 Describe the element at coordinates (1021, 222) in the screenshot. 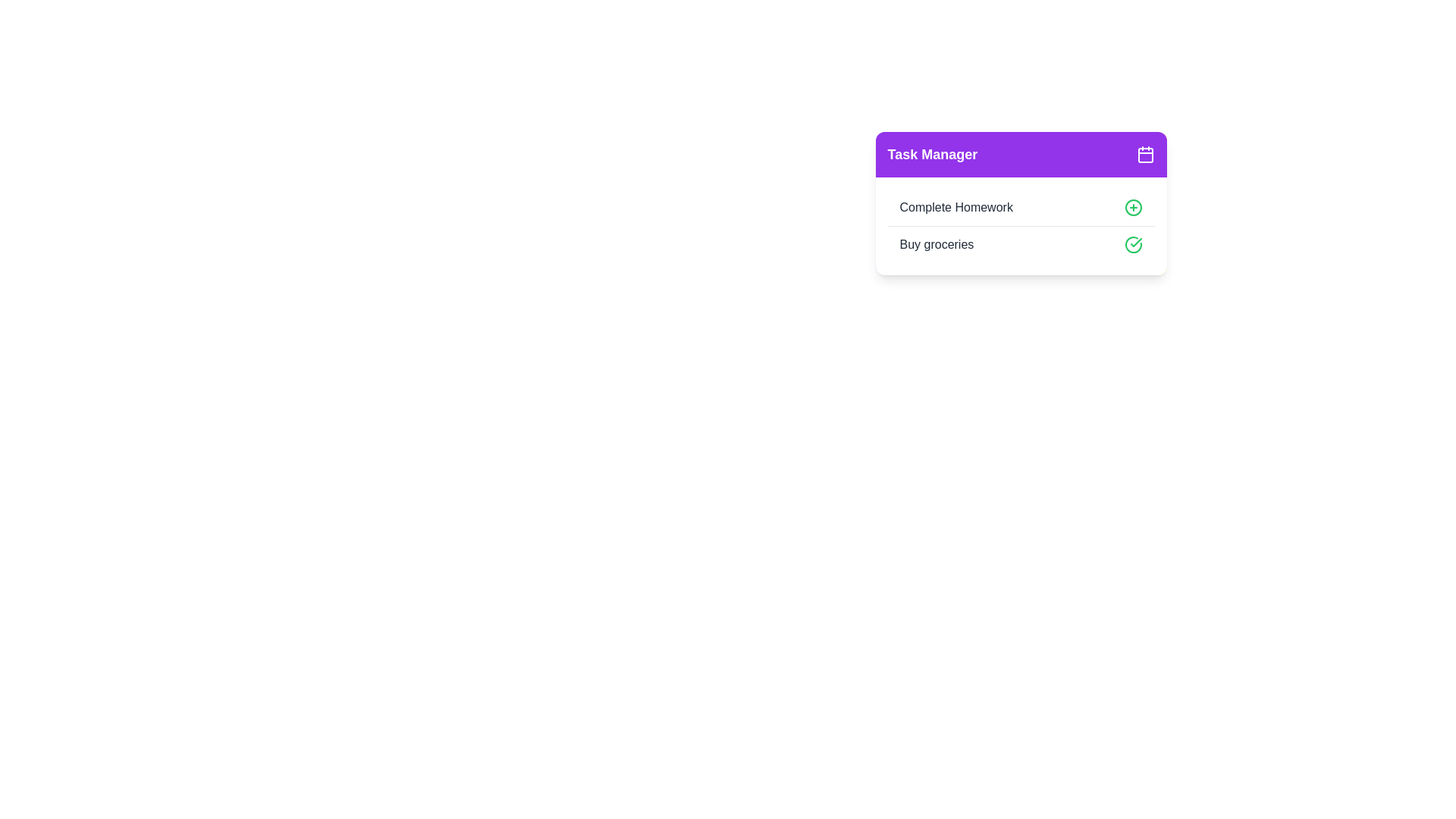

I see `the tasks within the 'Task Manager' card, which has a white background and purple header` at that location.